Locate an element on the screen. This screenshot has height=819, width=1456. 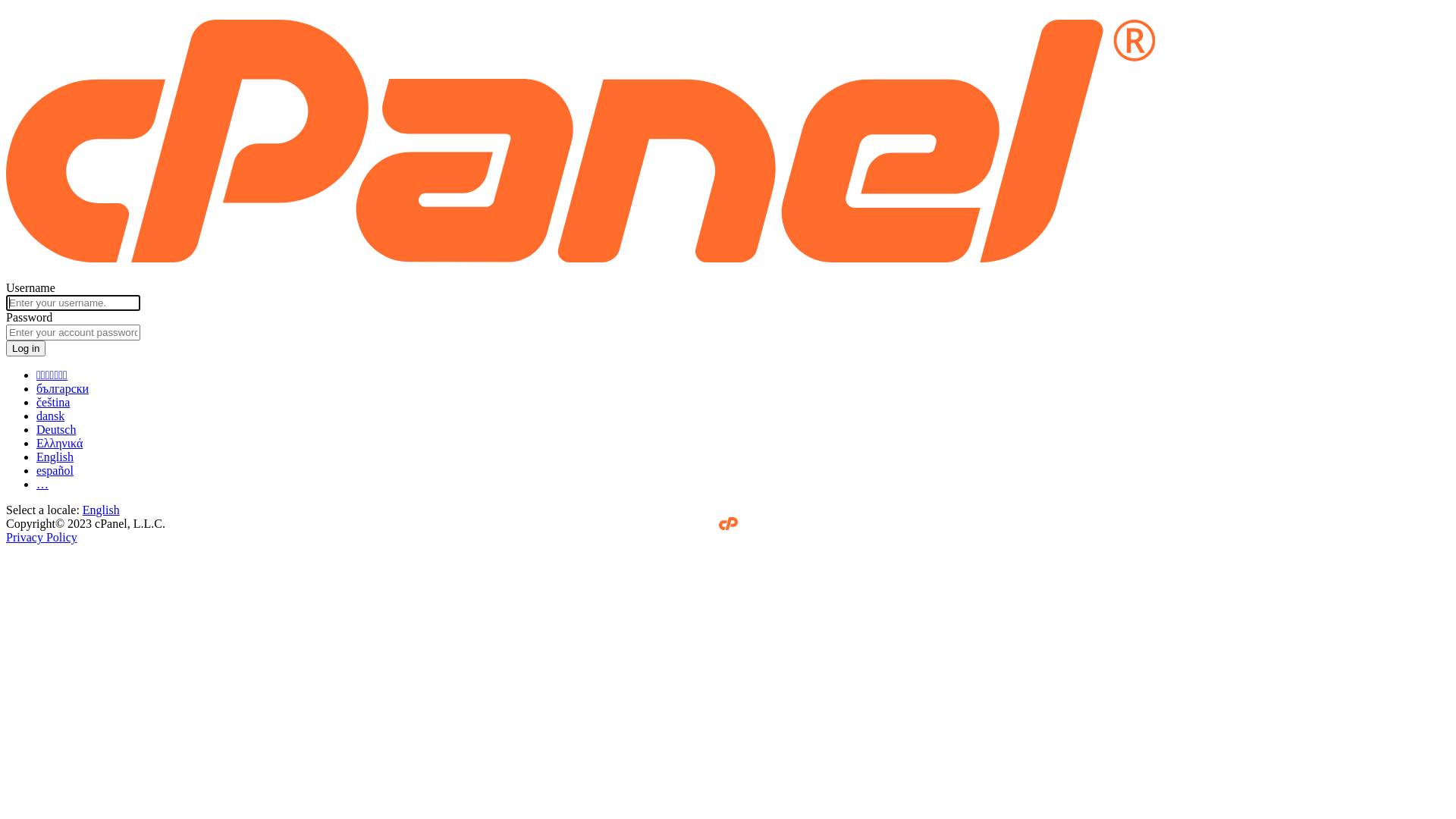
'Privacy Policy' is located at coordinates (41, 536).